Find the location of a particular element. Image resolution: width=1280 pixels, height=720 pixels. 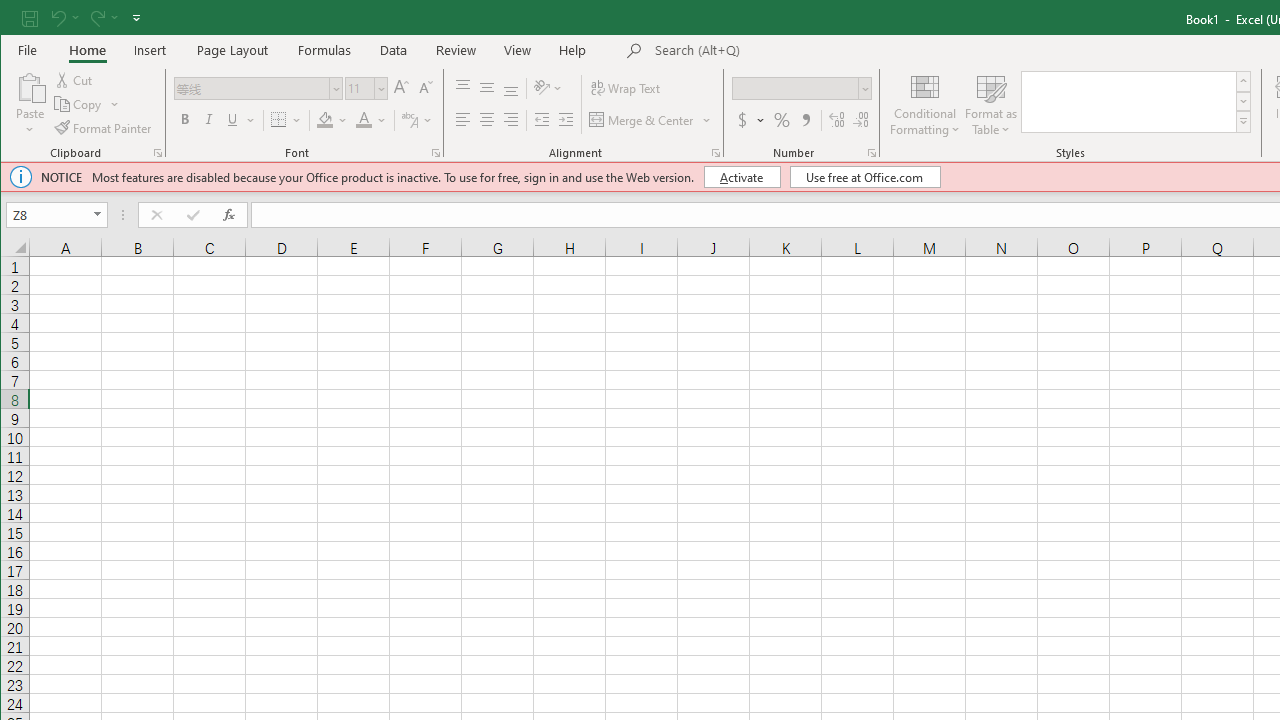

'Format Cell Alignment' is located at coordinates (716, 152).